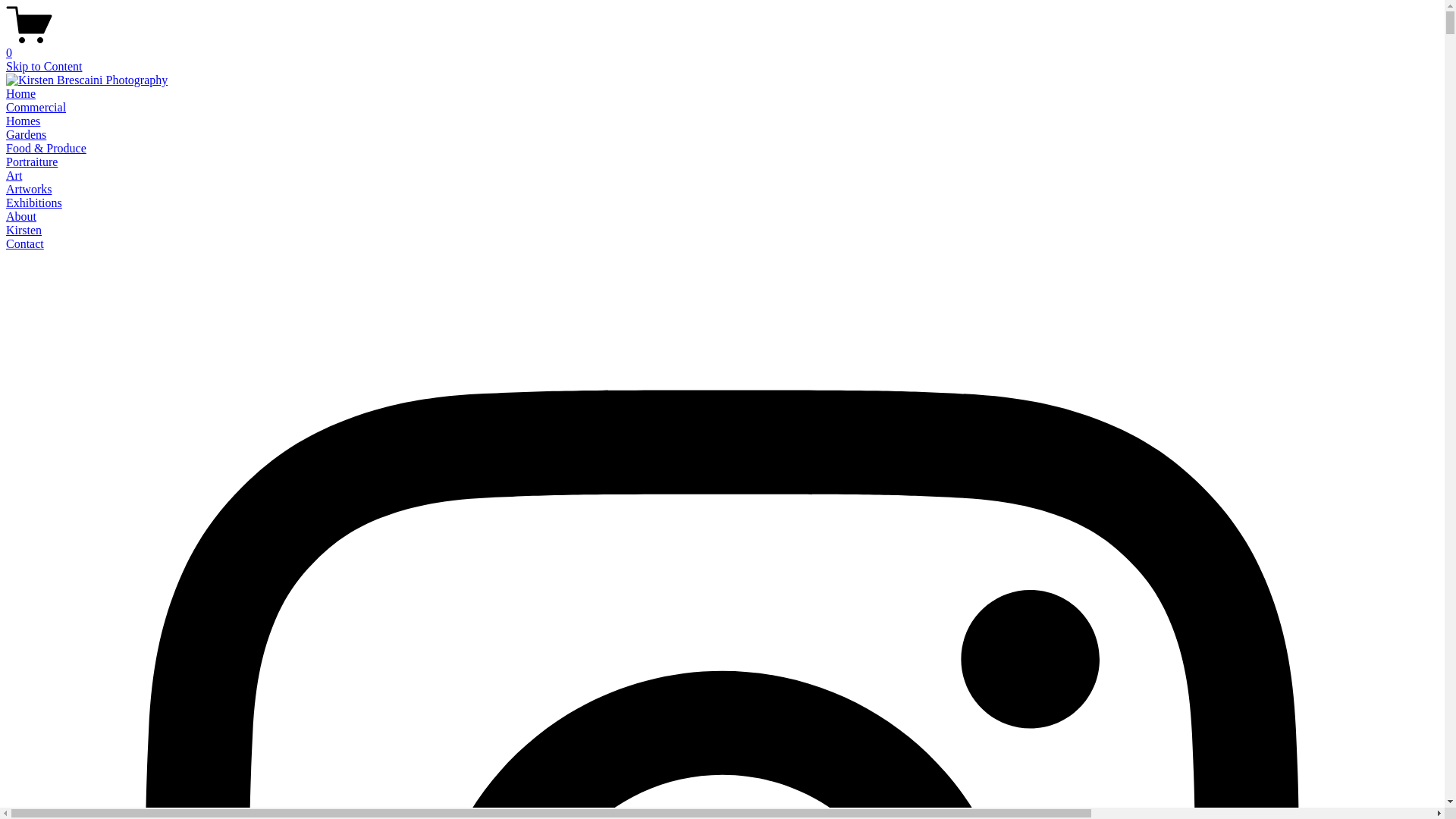  Describe the element at coordinates (43, 65) in the screenshot. I see `'Skip to Content'` at that location.